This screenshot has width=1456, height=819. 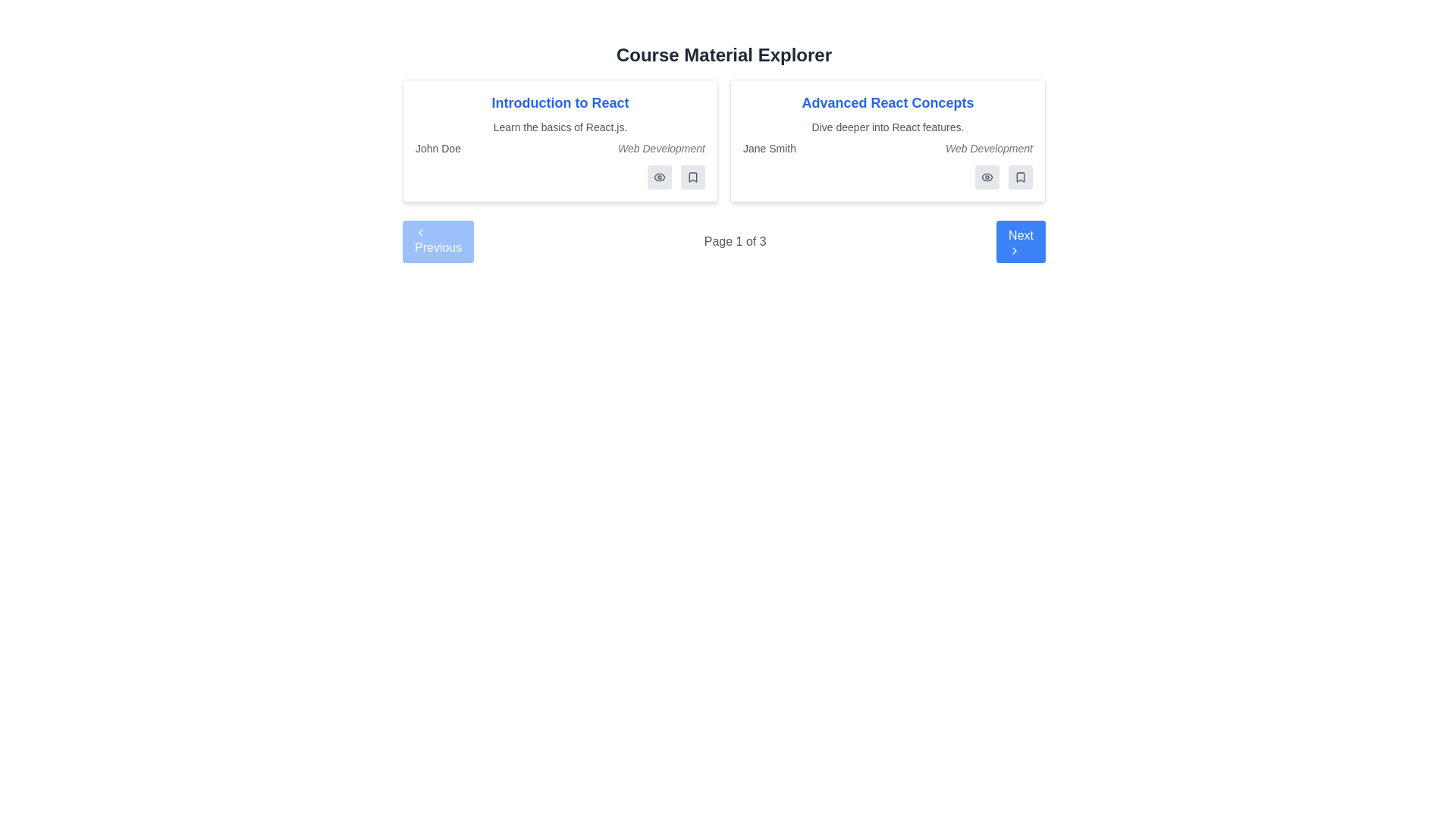 I want to click on the eye-shaped icon located within the 'Advanced React Concepts' course card, positioned, so click(x=987, y=177).